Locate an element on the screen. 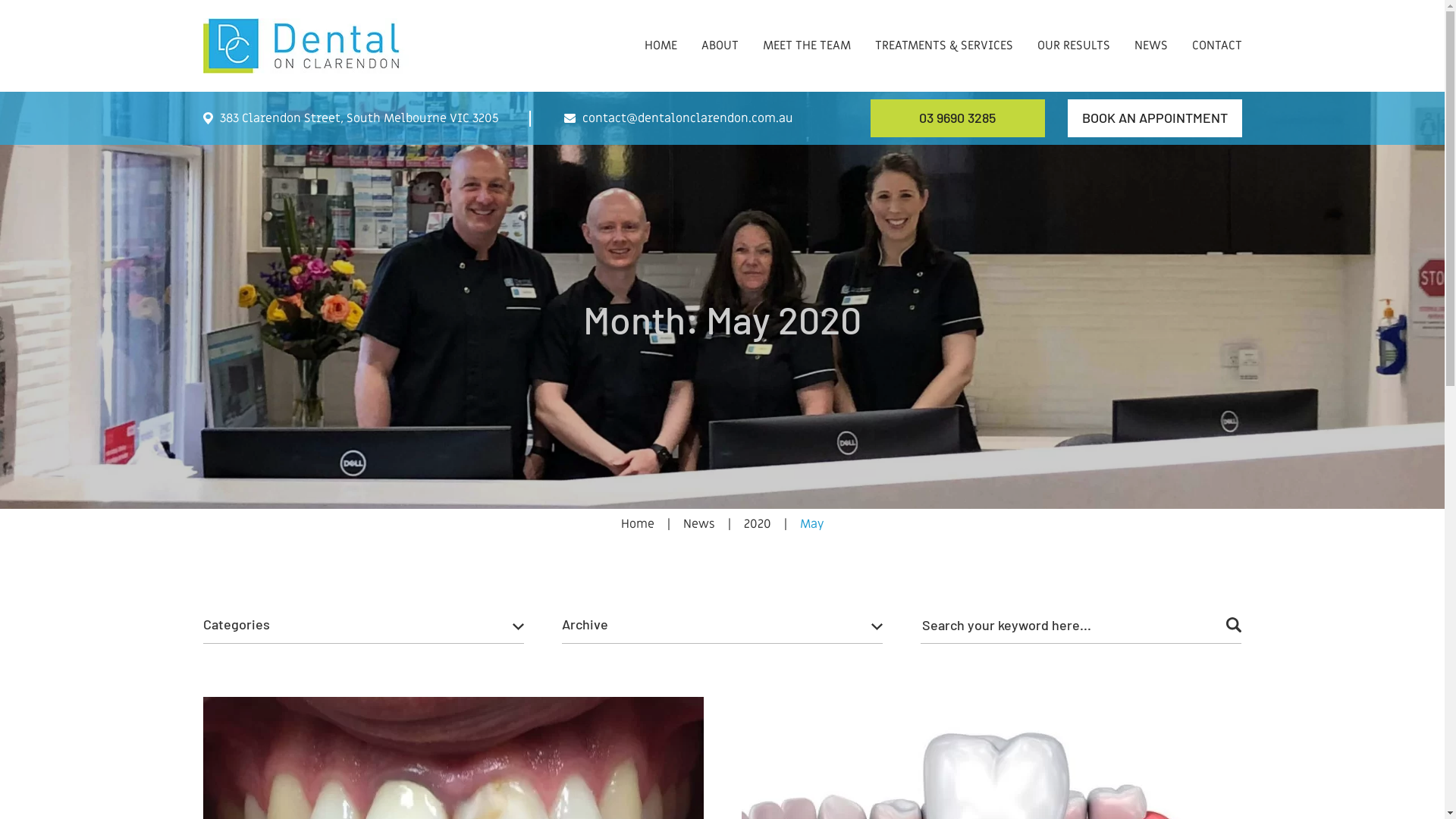  'News' is located at coordinates (682, 522).